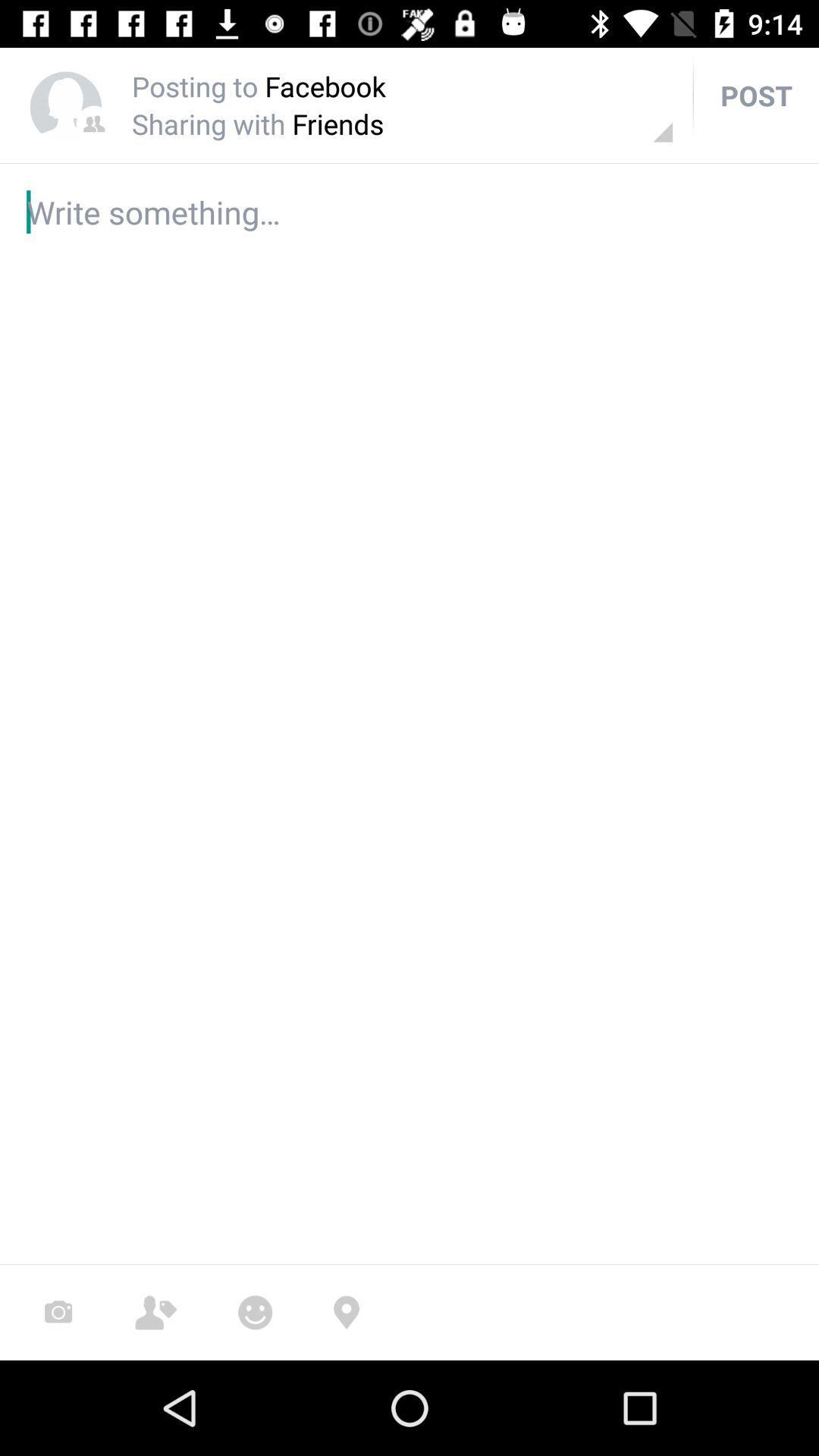  What do you see at coordinates (58, 1312) in the screenshot?
I see `the photo icon` at bounding box center [58, 1312].